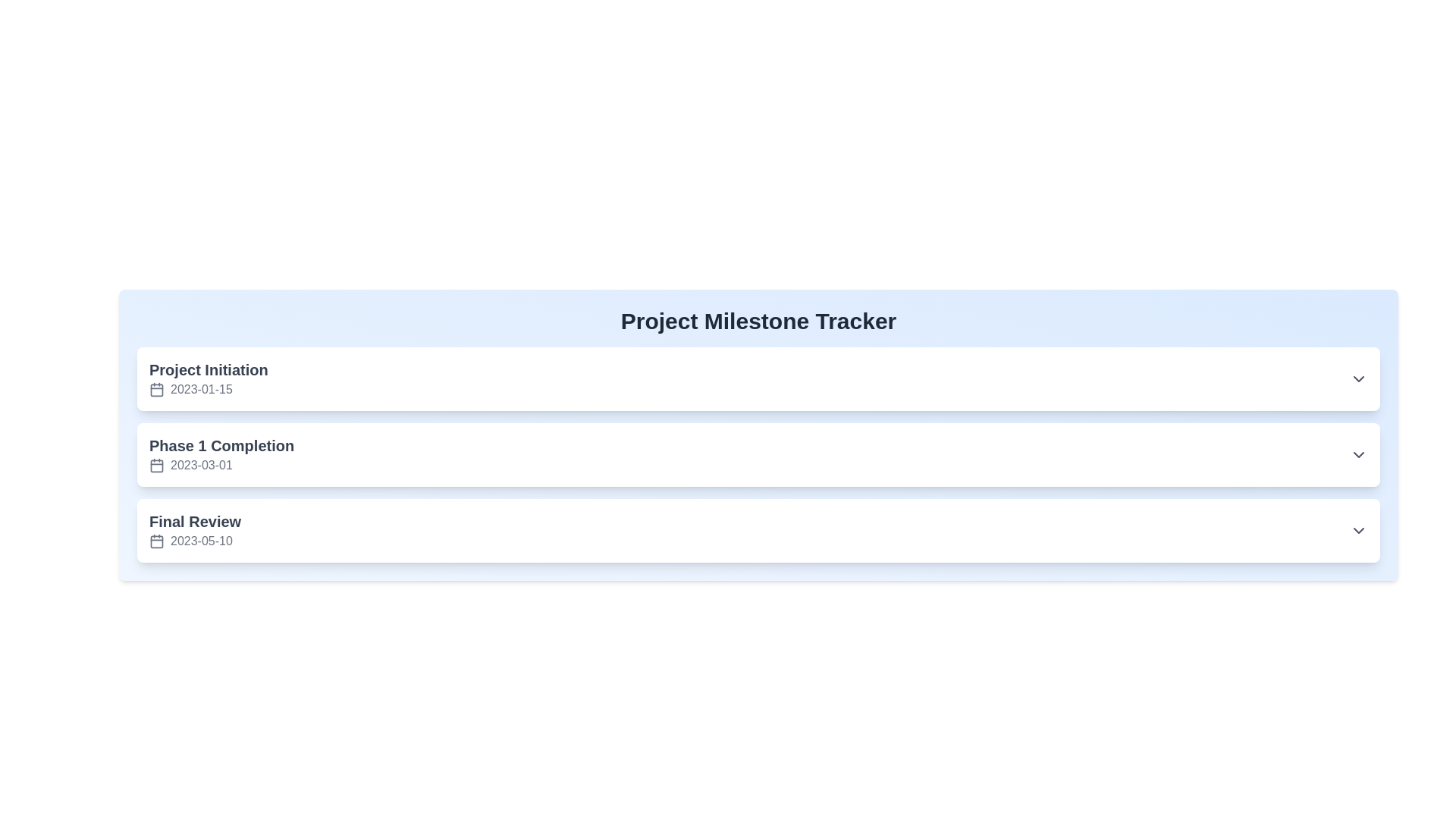  I want to click on the SVG graphical icon that signifies the 'date' functionality, located to the left of the '2023-05-10' date text in the 'Final Review' section, so click(156, 540).